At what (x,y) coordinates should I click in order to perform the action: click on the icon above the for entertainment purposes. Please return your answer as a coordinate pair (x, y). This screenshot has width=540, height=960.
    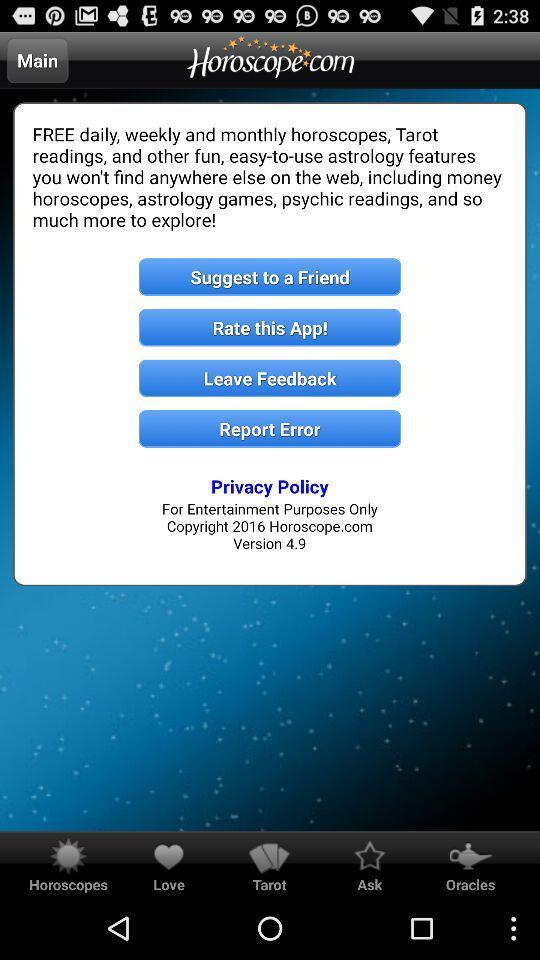
    Looking at the image, I should click on (270, 485).